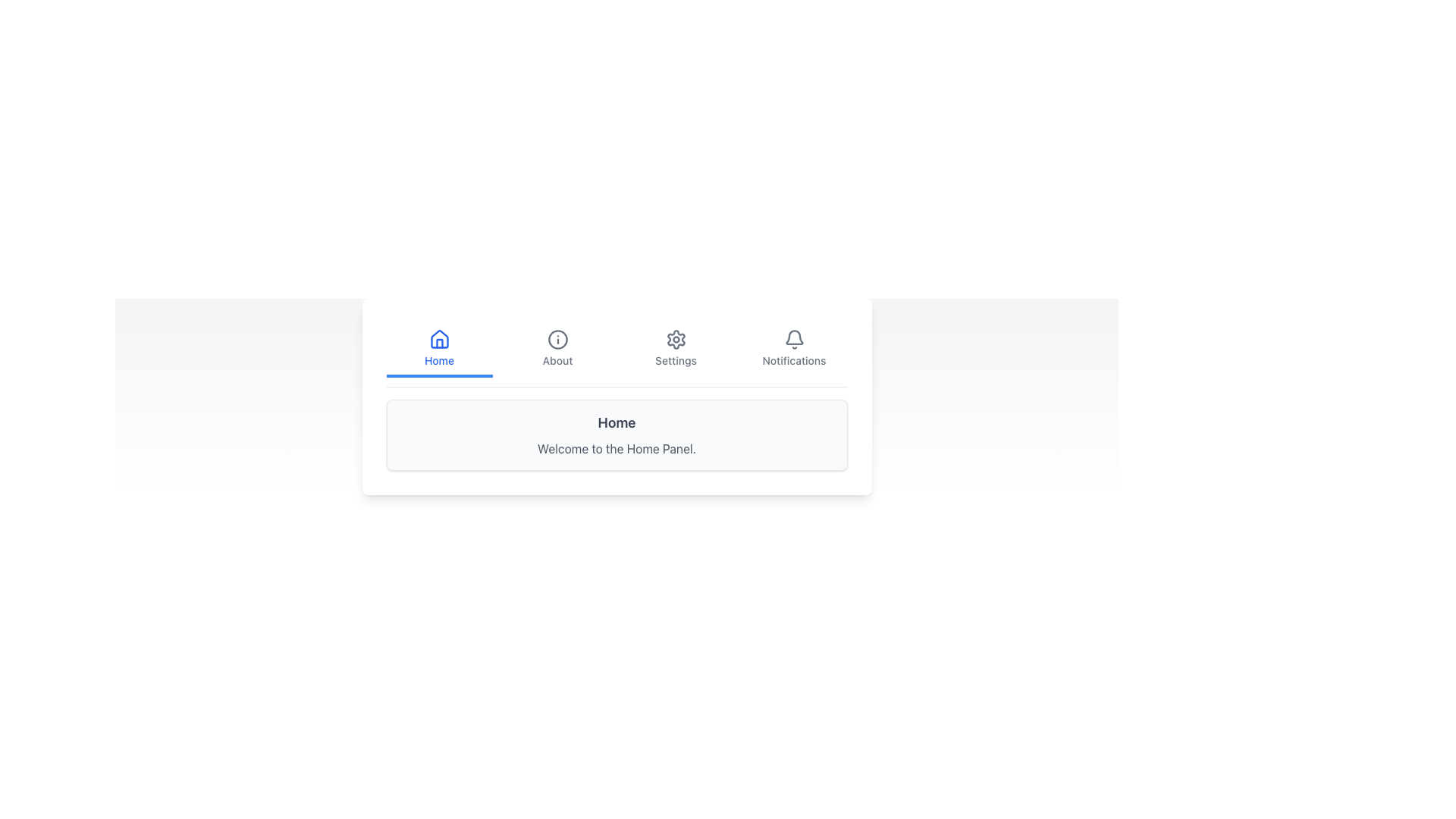 This screenshot has height=819, width=1456. Describe the element at coordinates (793, 338) in the screenshot. I see `the bell icon in the Notifications menu option` at that location.